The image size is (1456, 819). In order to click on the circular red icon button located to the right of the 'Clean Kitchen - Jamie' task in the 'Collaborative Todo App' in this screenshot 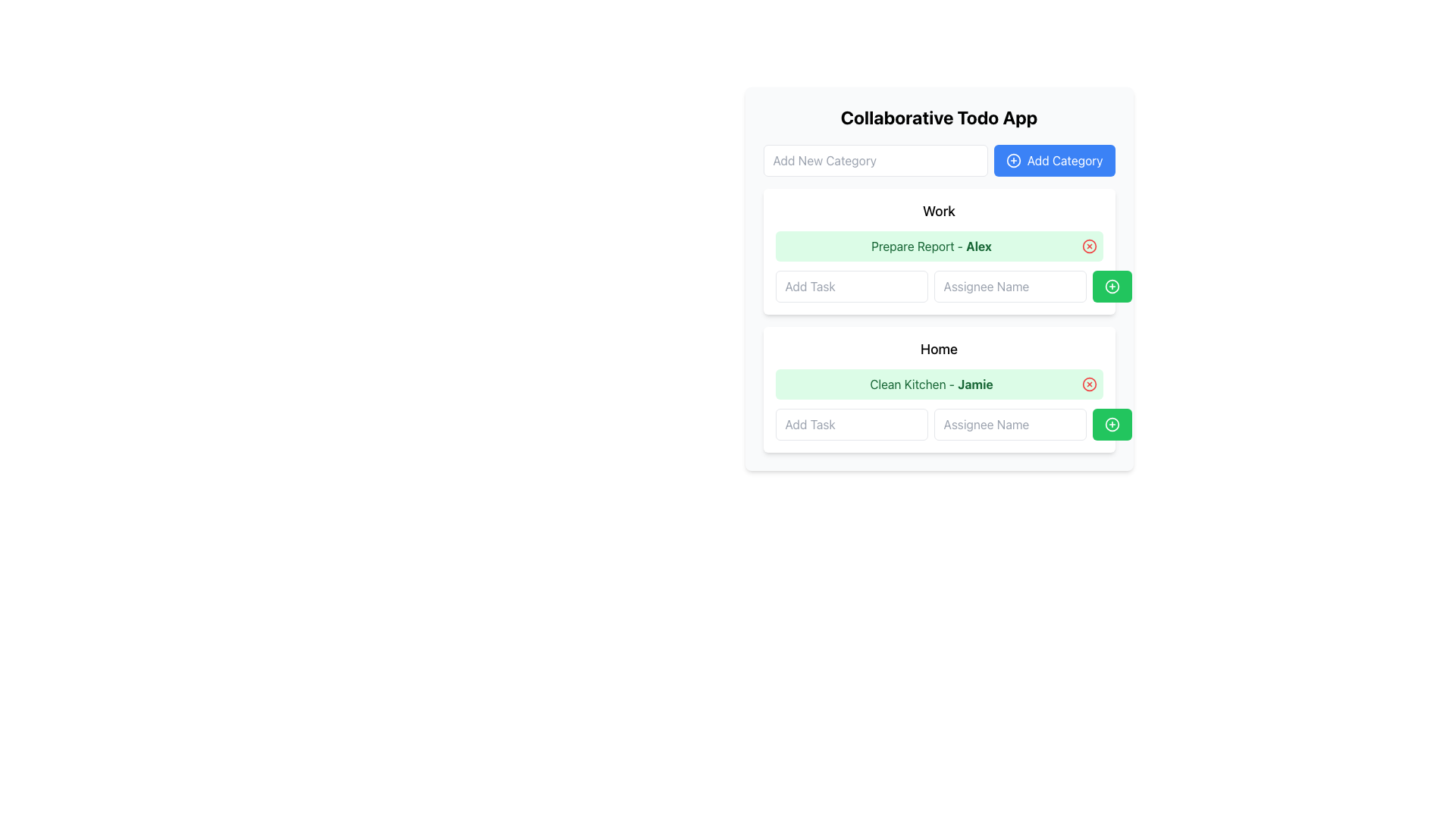, I will do `click(1088, 383)`.